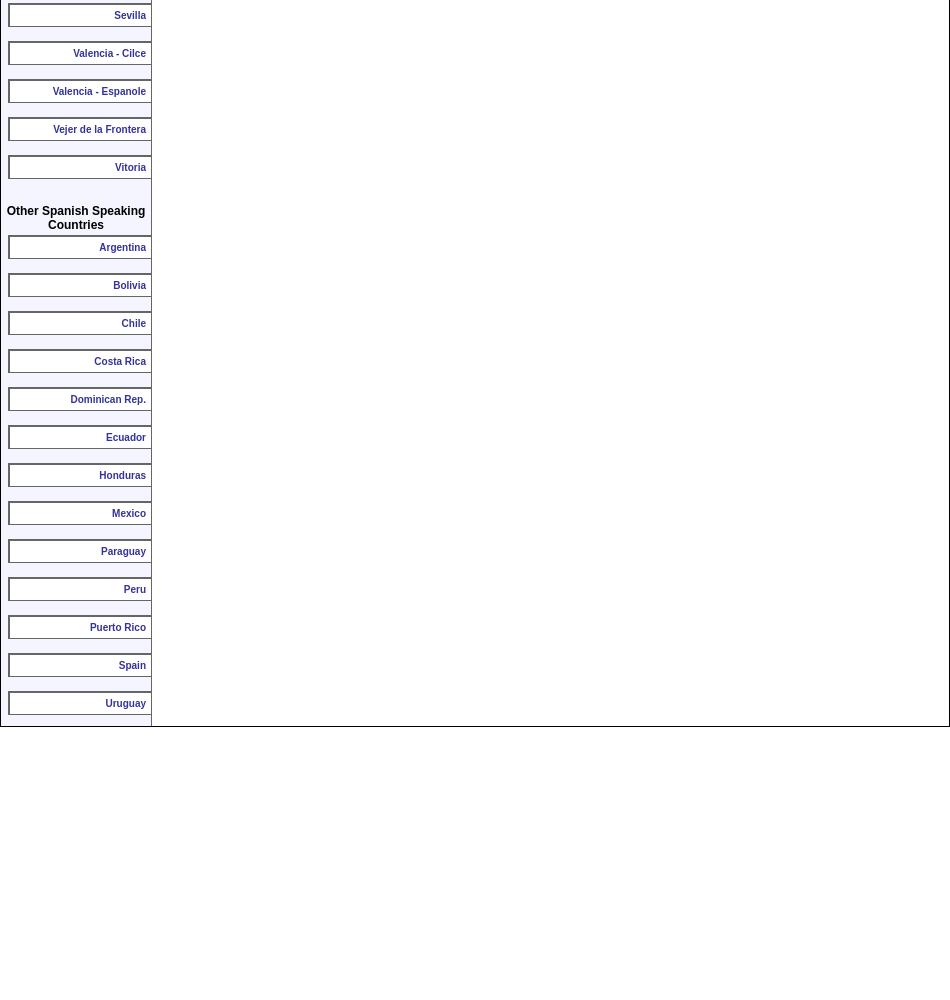 Image resolution: width=950 pixels, height=1000 pixels. What do you see at coordinates (72, 53) in the screenshot?
I see `'Valencia - Cilce'` at bounding box center [72, 53].